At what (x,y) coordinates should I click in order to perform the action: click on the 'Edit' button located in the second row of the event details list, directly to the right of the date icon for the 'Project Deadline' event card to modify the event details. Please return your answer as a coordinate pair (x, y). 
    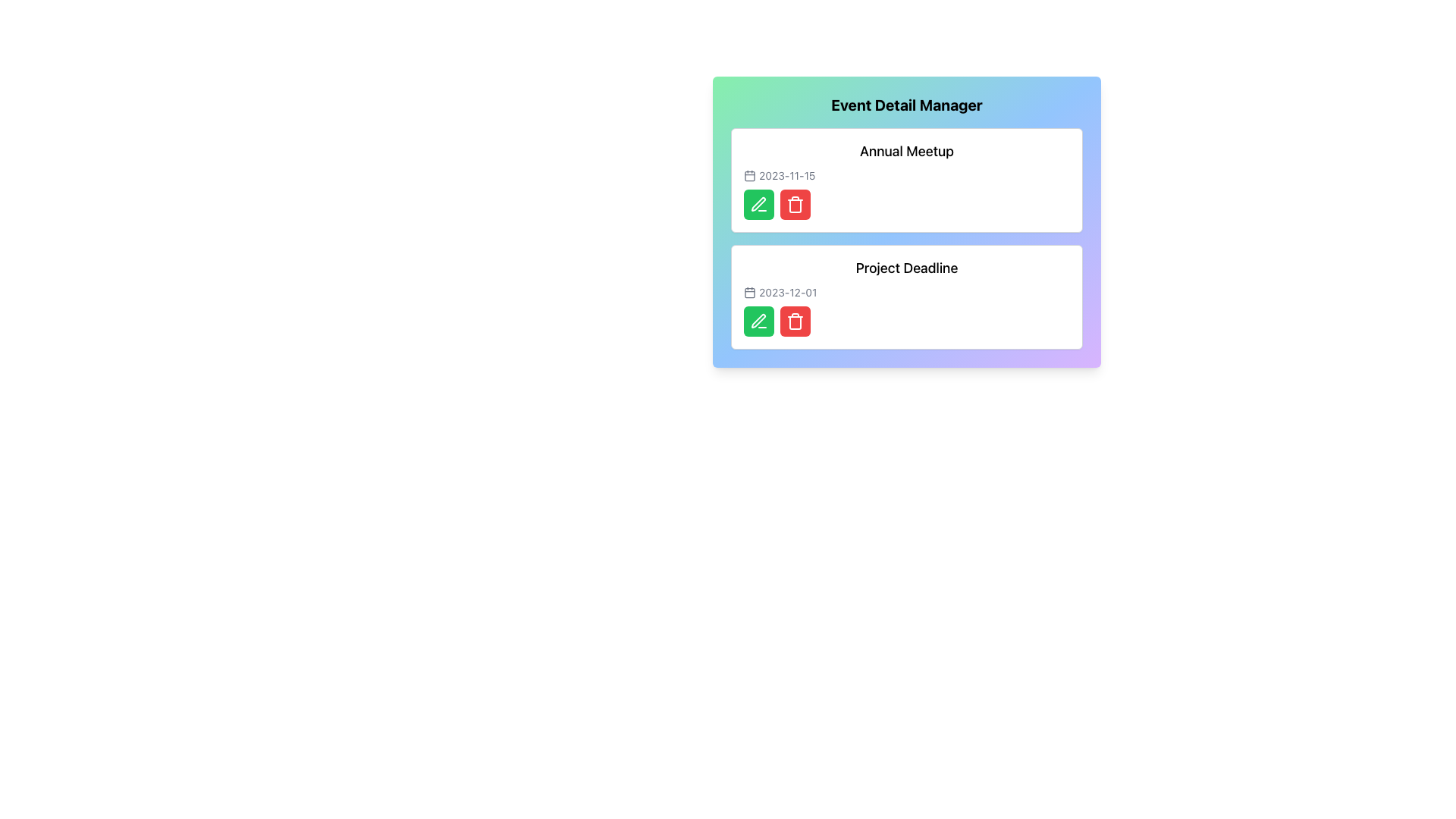
    Looking at the image, I should click on (759, 321).